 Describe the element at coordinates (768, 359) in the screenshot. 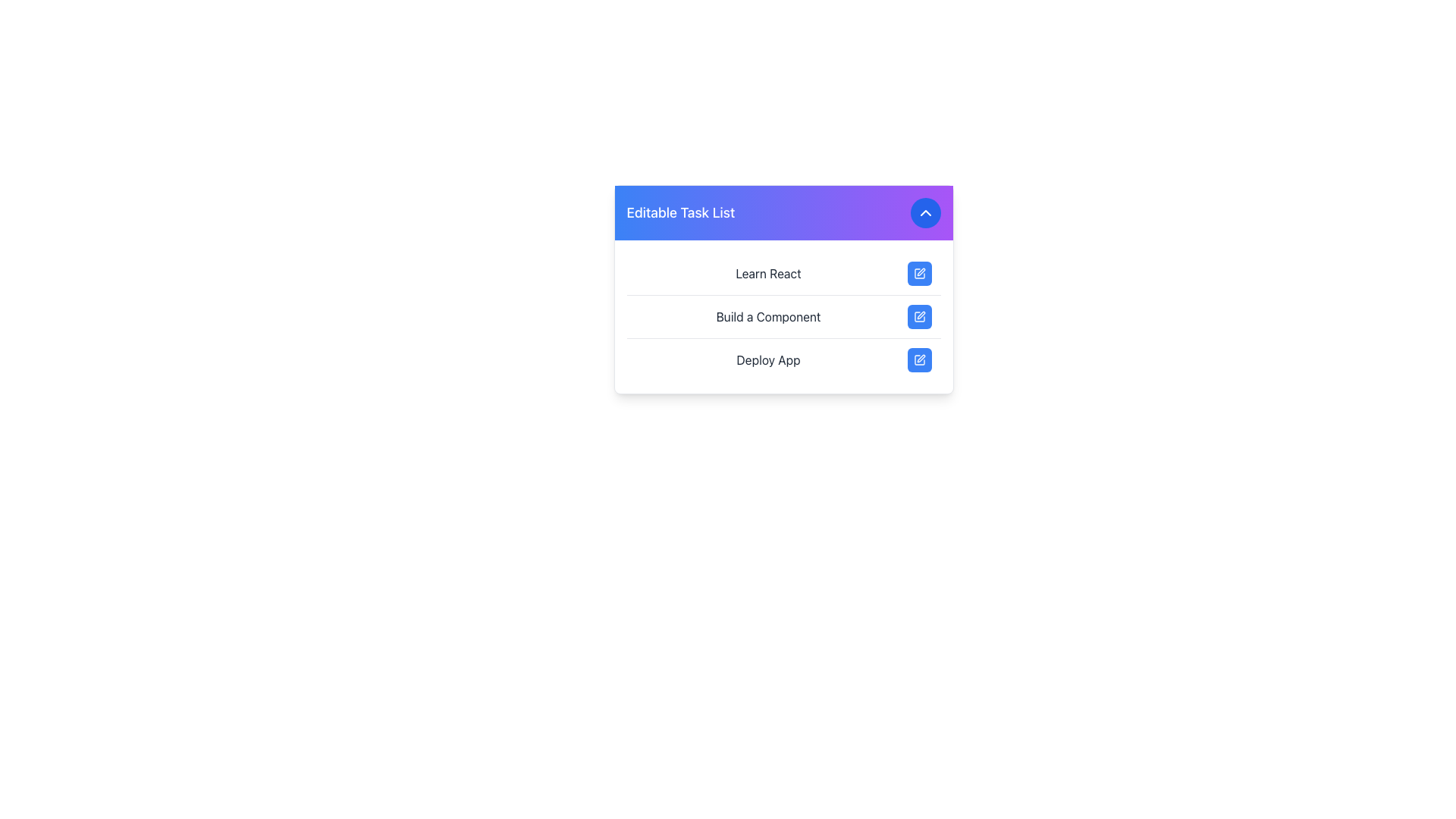

I see `the text label displaying 'Deploy App' which is the last item in a vertical list, styled with a gray font` at that location.